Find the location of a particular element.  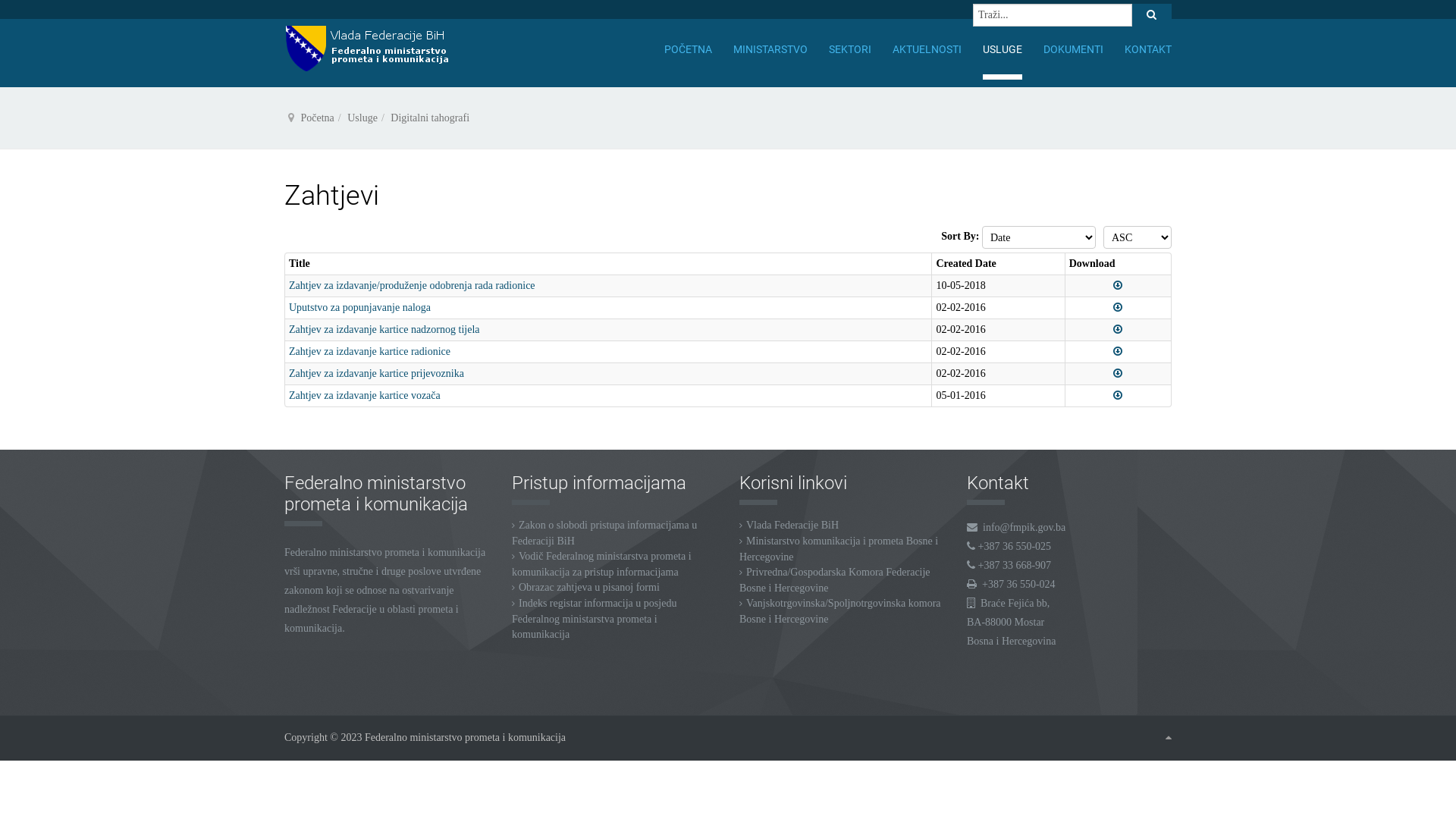

'USLUGE' is located at coordinates (1002, 49).